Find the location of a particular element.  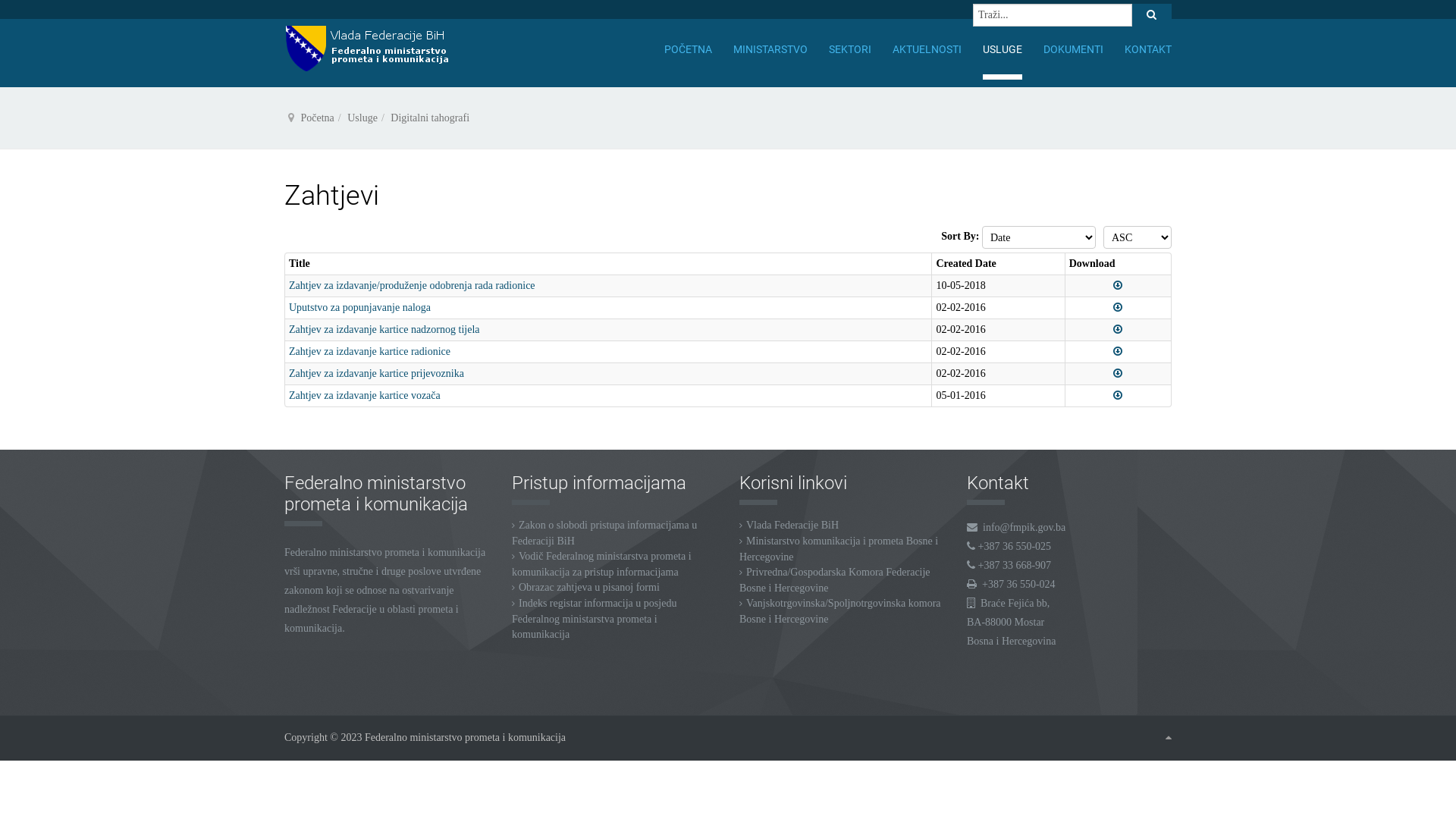

'USLUGE' is located at coordinates (1002, 49).